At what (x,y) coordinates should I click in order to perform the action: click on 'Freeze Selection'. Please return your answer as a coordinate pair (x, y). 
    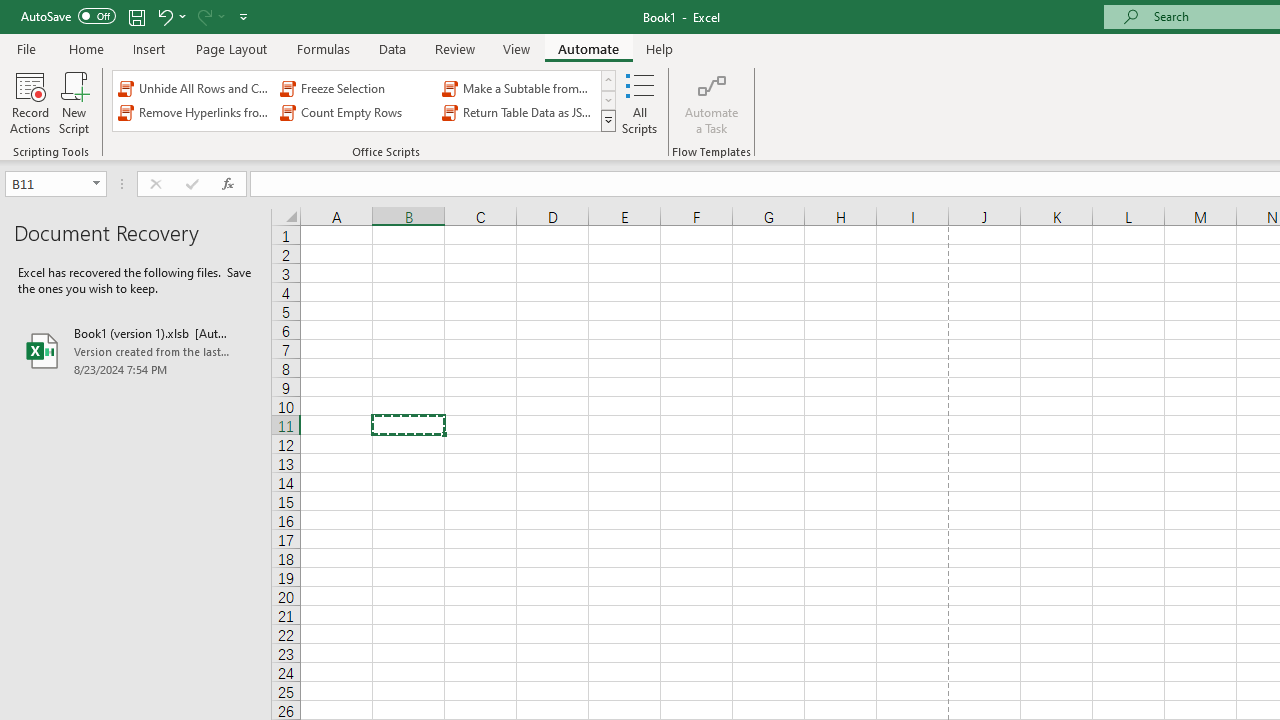
    Looking at the image, I should click on (357, 87).